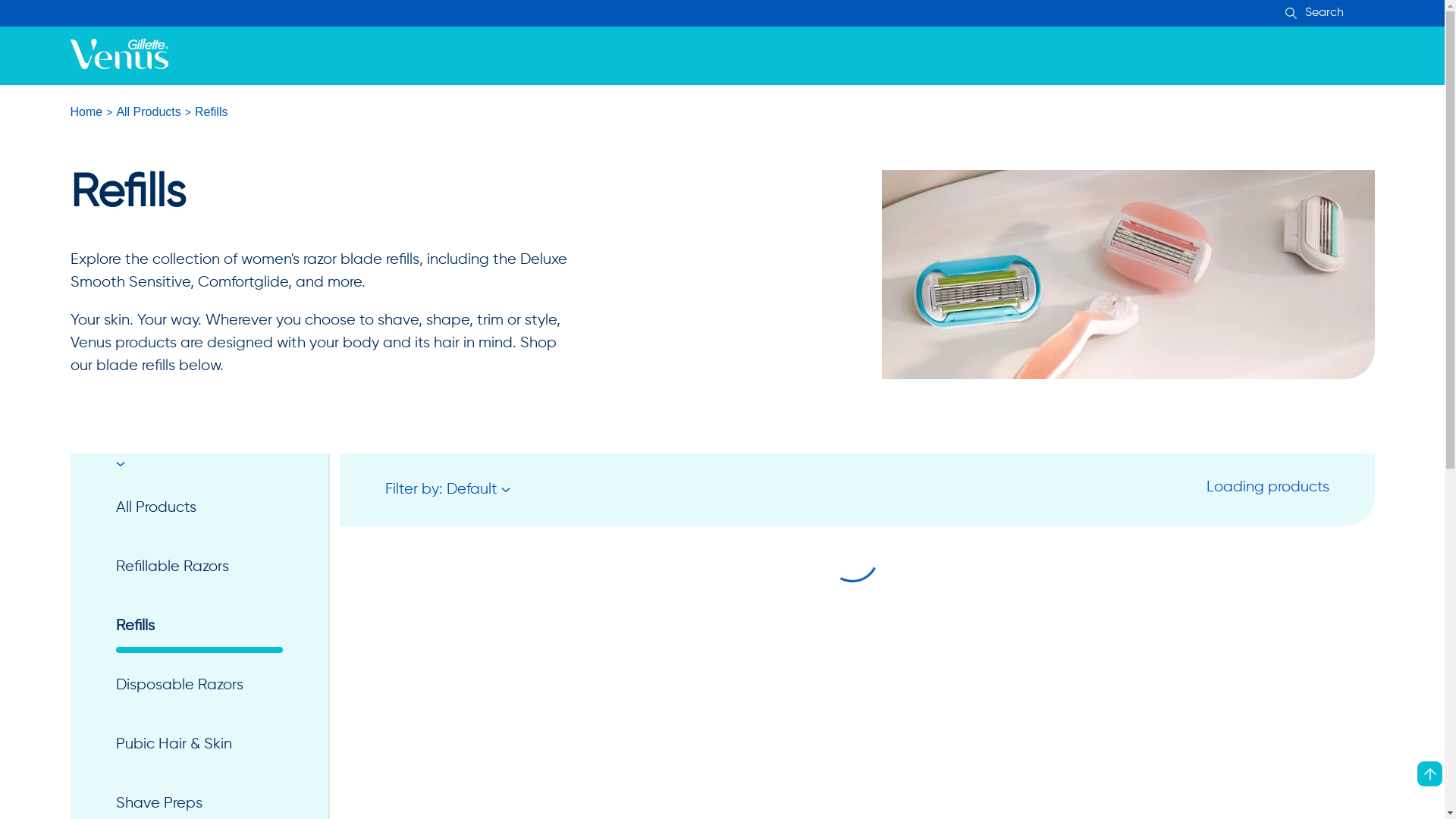 The height and width of the screenshot is (819, 1456). What do you see at coordinates (115, 685) in the screenshot?
I see `'Disposable Razors'` at bounding box center [115, 685].